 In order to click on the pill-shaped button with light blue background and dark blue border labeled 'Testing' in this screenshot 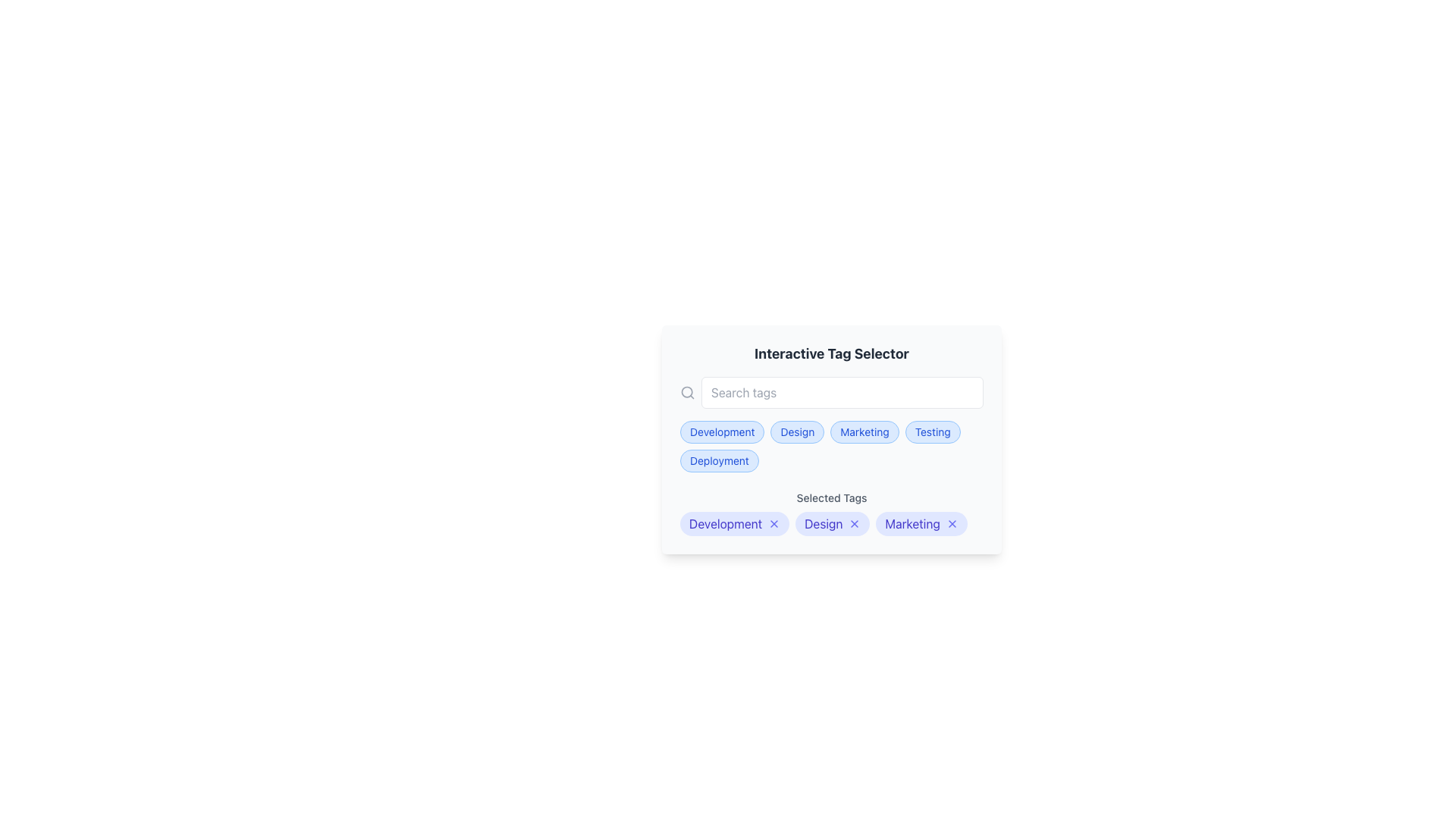, I will do `click(931, 432)`.